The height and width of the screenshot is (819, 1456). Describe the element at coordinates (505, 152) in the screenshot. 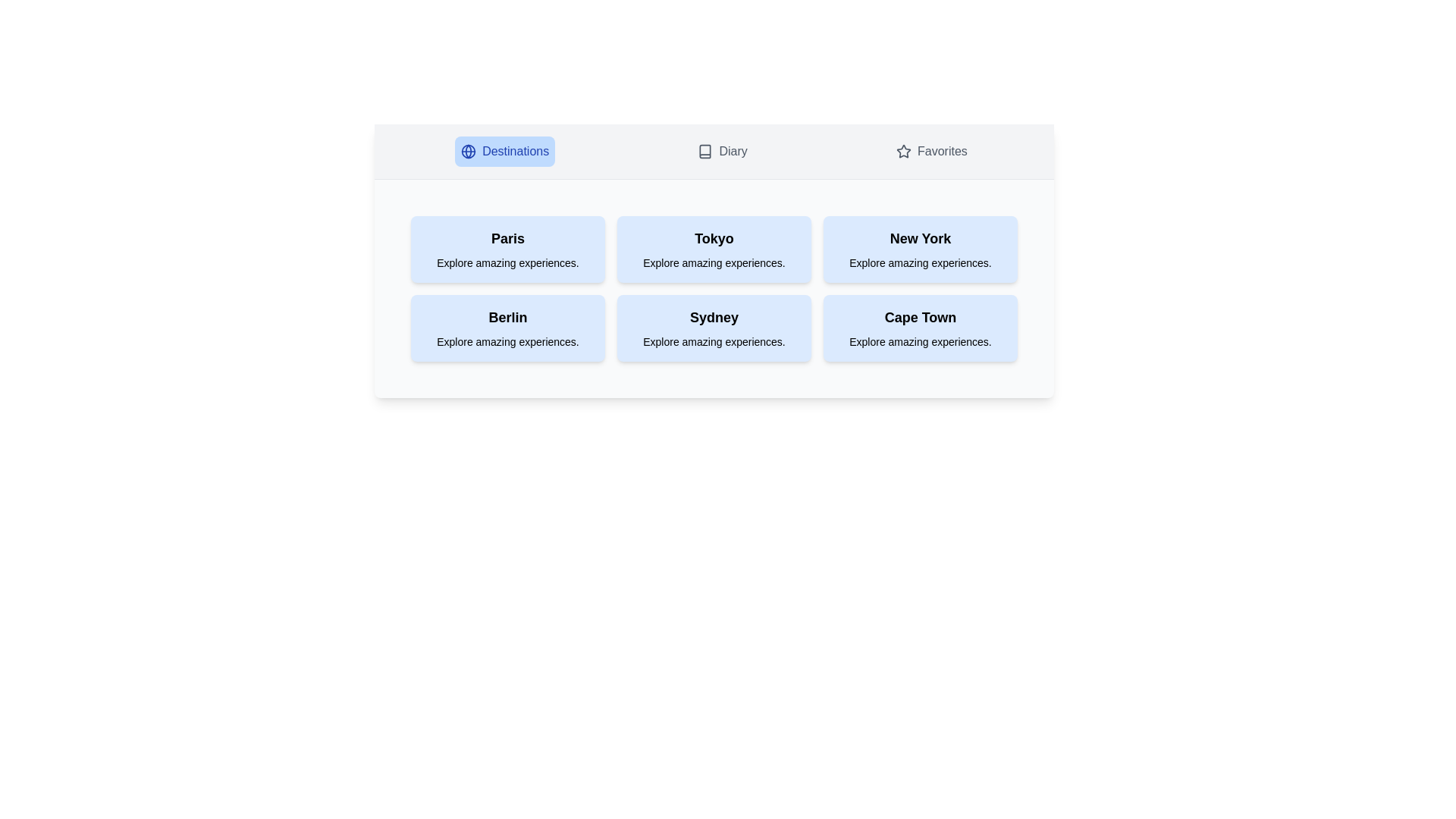

I see `the Destinations tab to switch to the corresponding section` at that location.